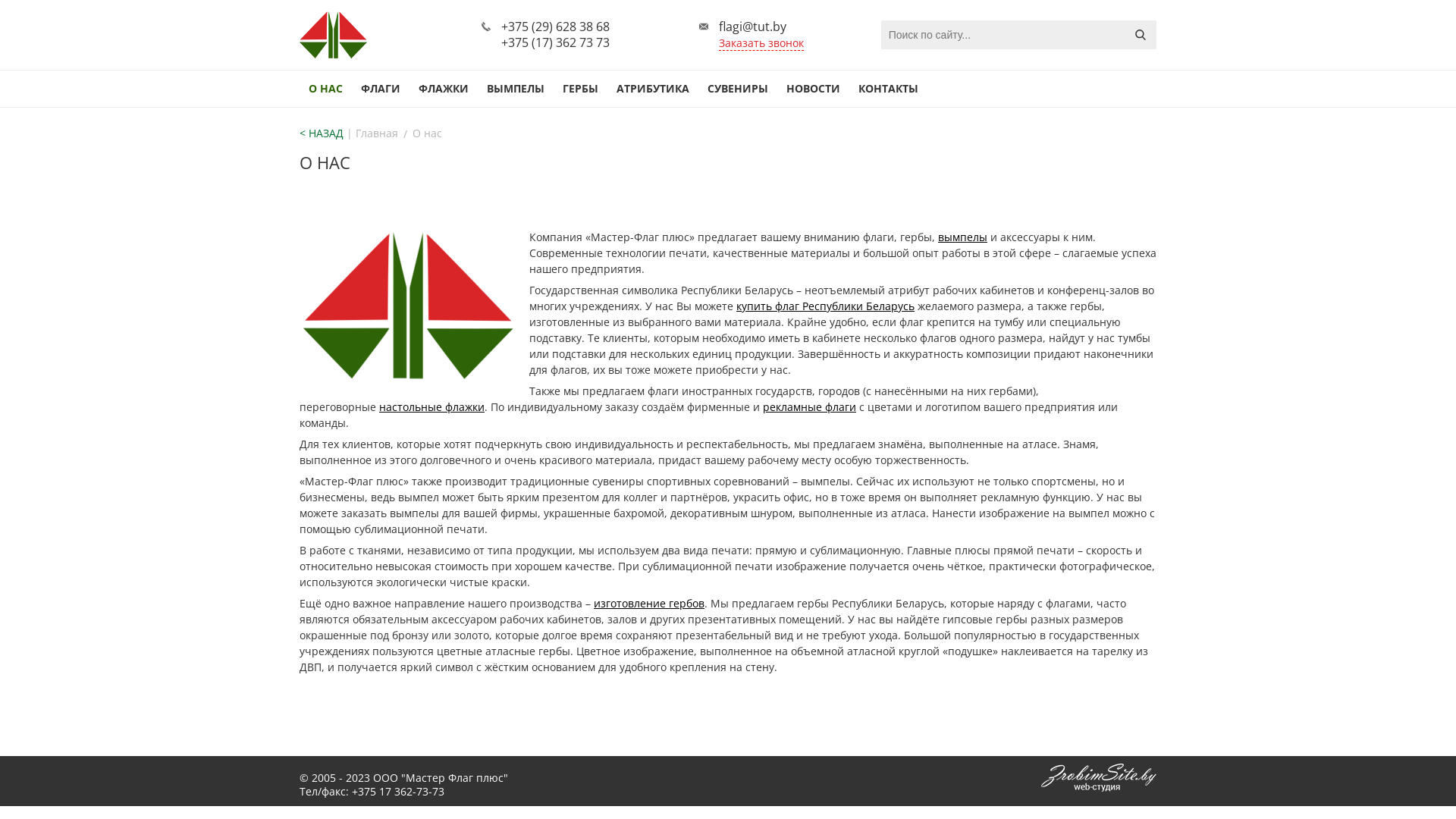 This screenshot has height=819, width=1456. What do you see at coordinates (752, 26) in the screenshot?
I see `'flagi@tut.by'` at bounding box center [752, 26].